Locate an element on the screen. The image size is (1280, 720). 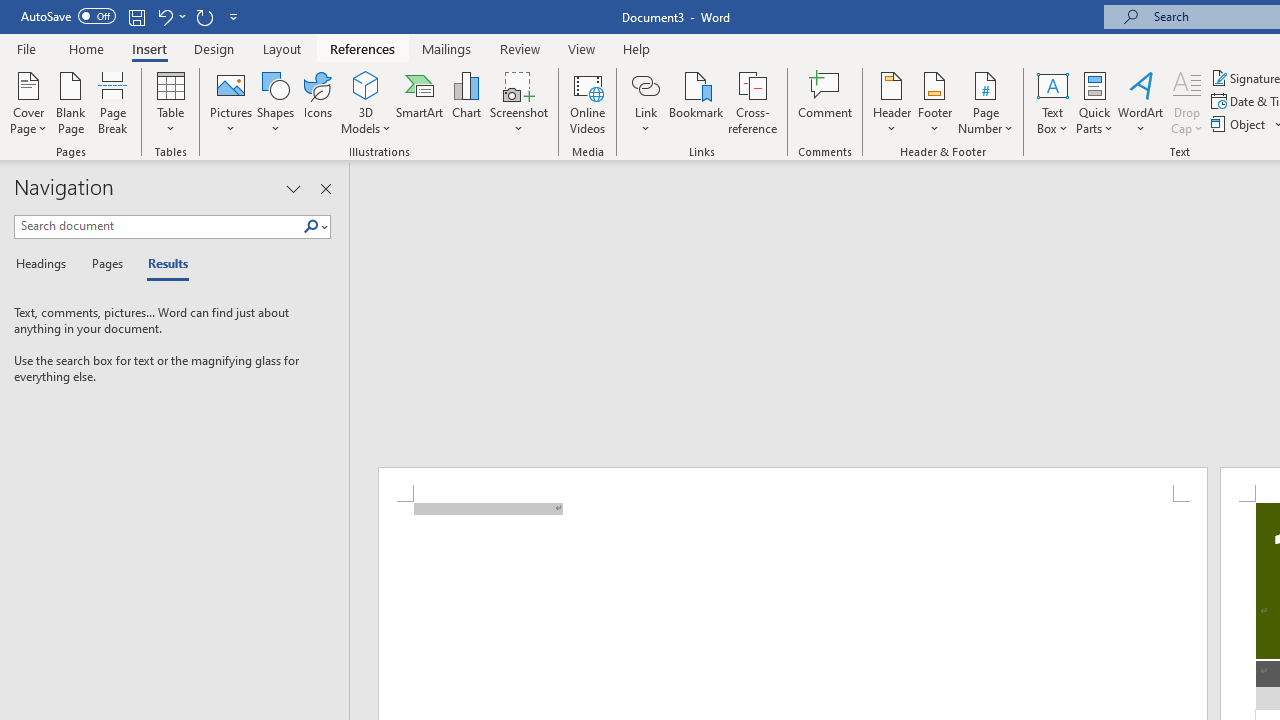
'SmartArt...' is located at coordinates (418, 103).